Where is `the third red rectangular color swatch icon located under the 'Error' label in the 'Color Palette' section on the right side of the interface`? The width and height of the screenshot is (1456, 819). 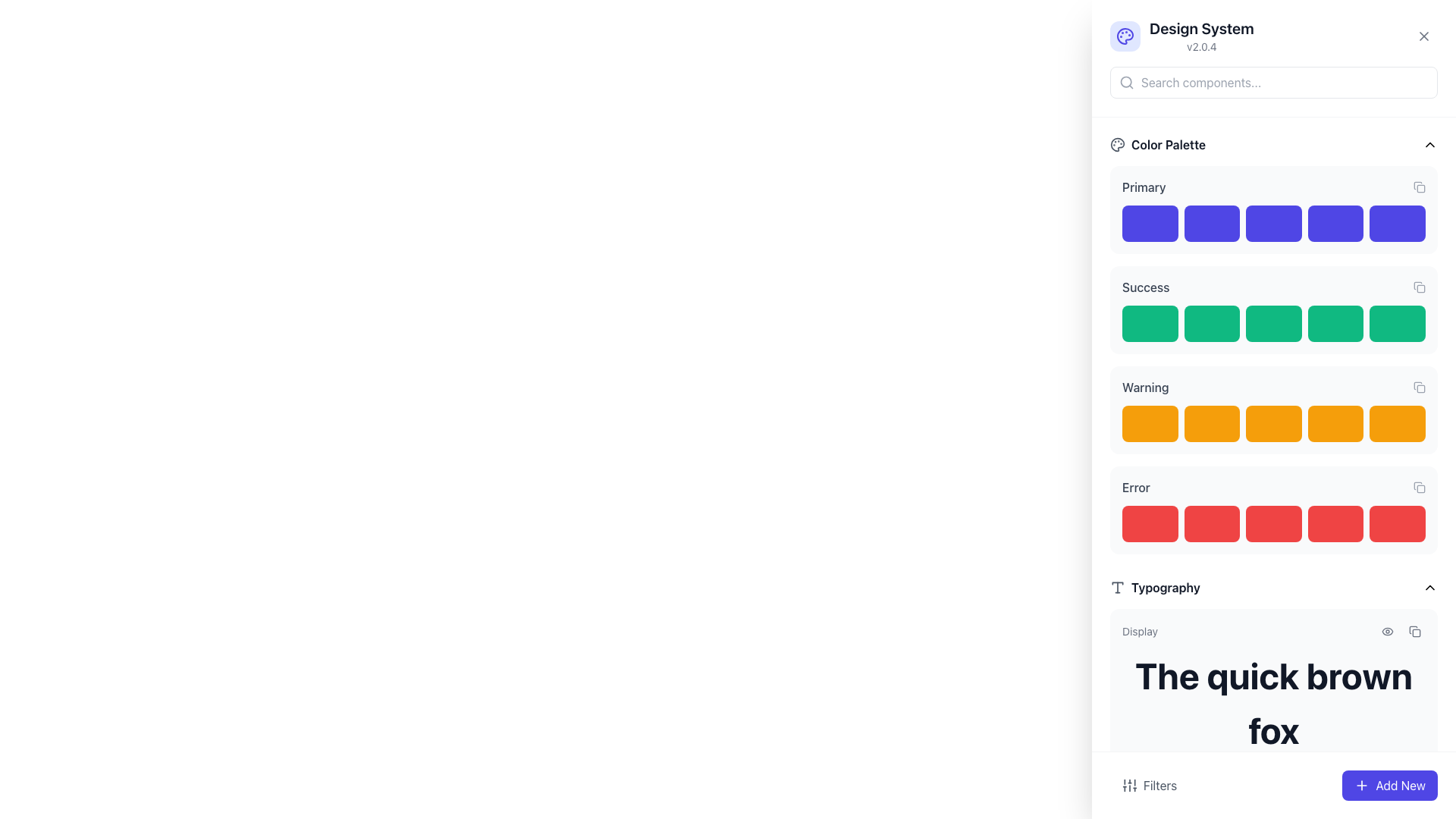
the third red rectangular color swatch icon located under the 'Error' label in the 'Color Palette' section on the right side of the interface is located at coordinates (1274, 522).